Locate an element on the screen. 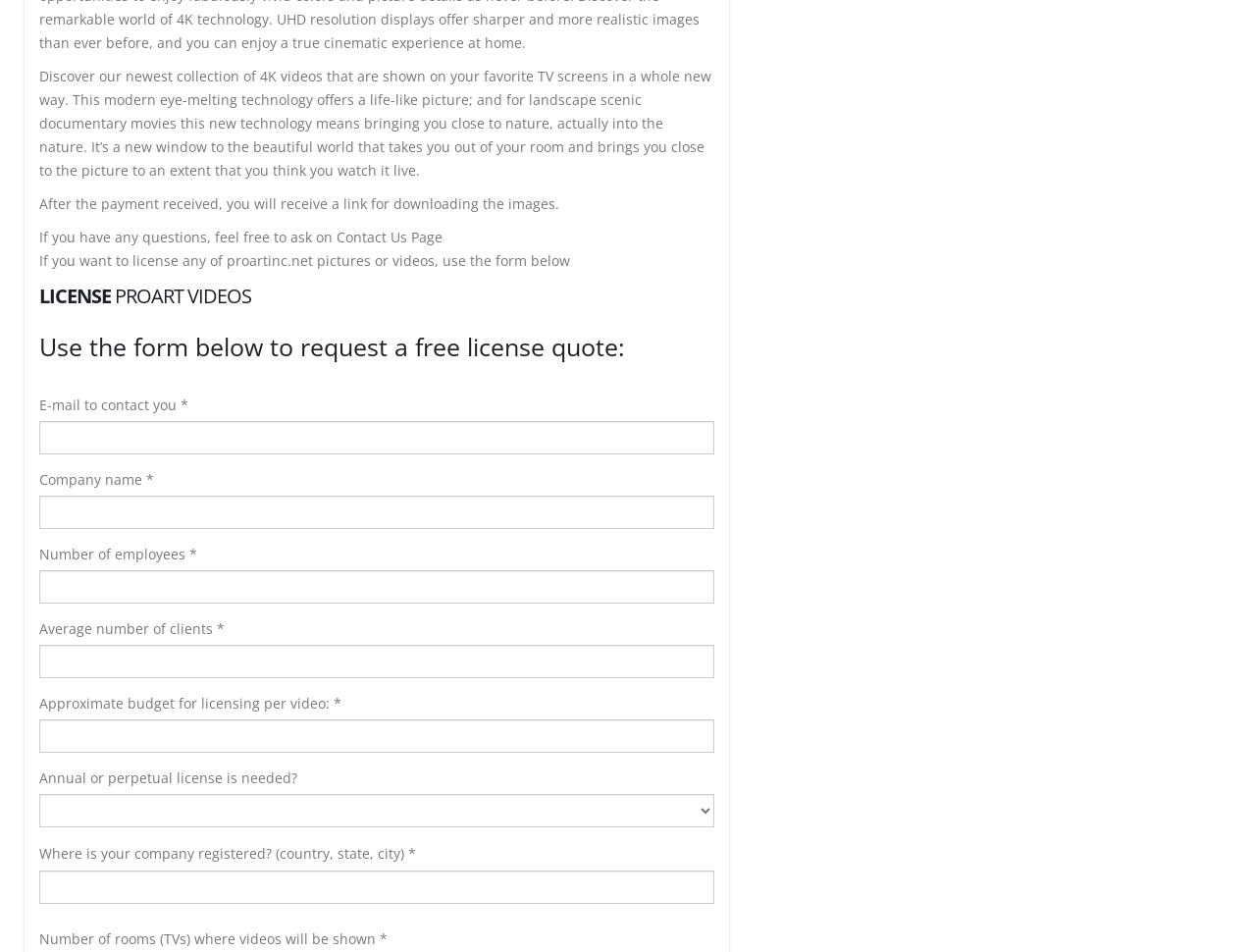 This screenshot has height=952, width=1252. 'Where is your company registered? (country, state, city) *' is located at coordinates (227, 852).